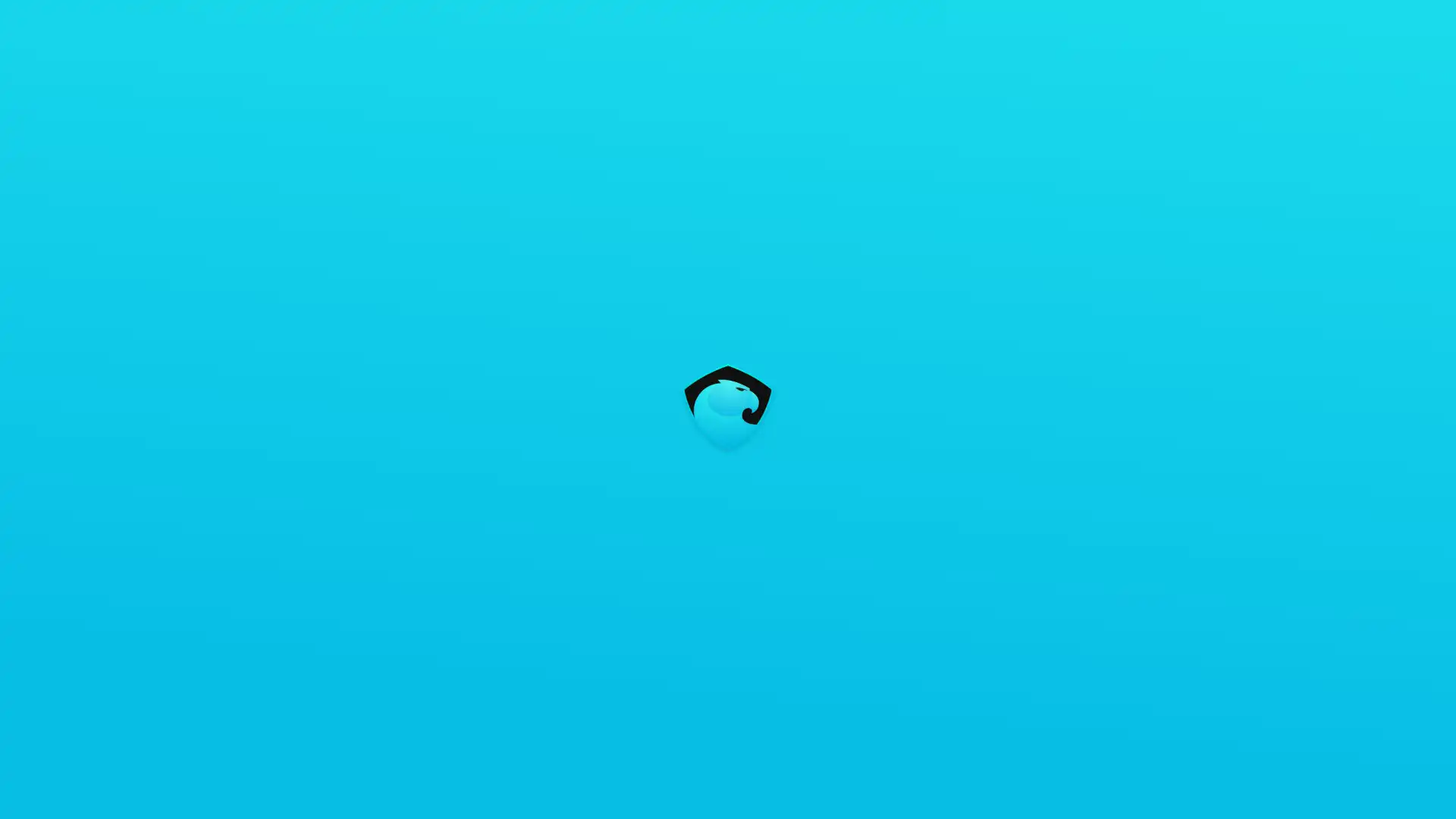 The width and height of the screenshot is (1456, 819). Describe the element at coordinates (1222, 23) in the screenshot. I see `Ethereum` at that location.